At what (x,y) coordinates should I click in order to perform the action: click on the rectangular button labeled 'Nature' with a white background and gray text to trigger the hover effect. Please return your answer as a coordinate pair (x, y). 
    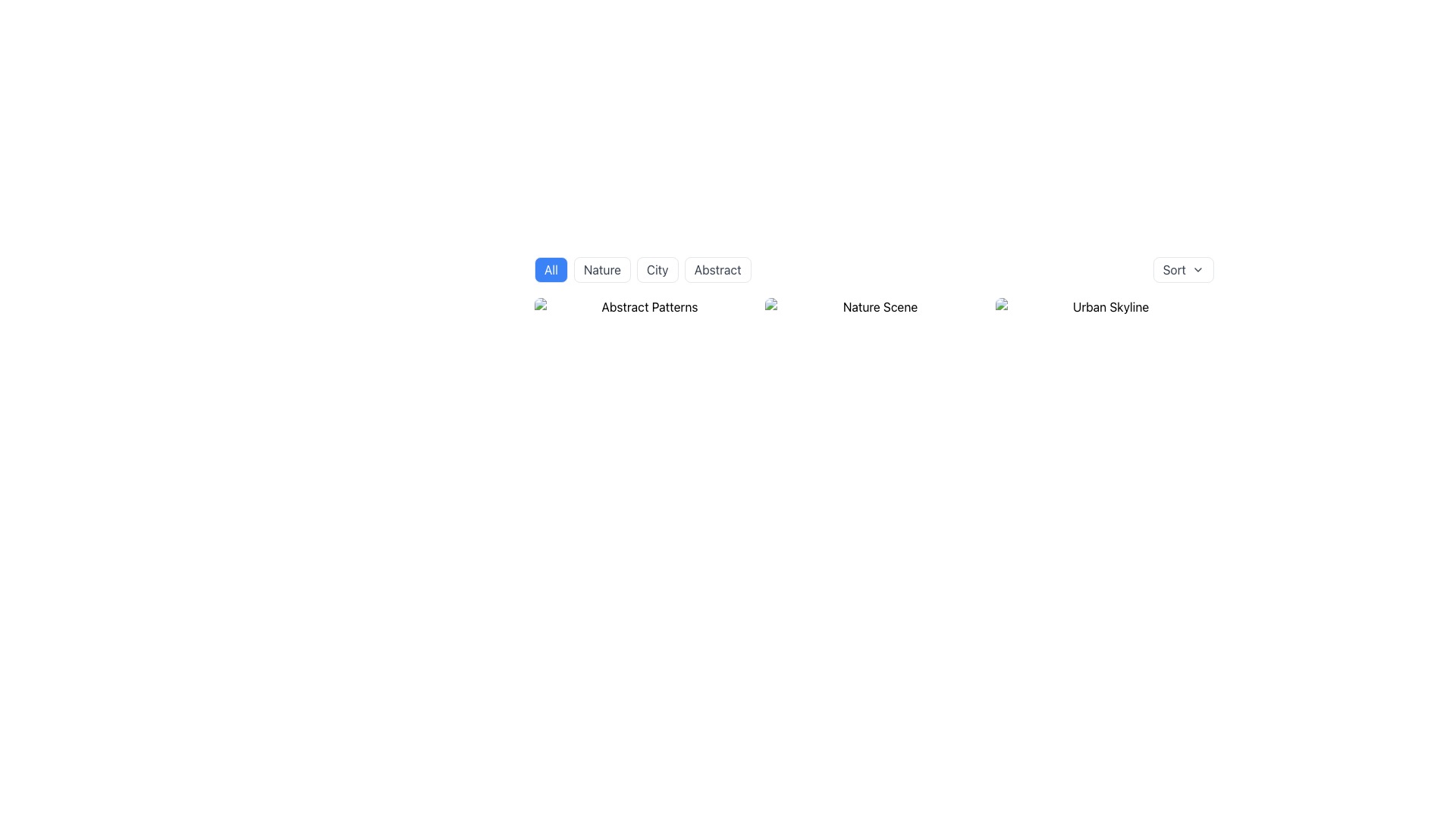
    Looking at the image, I should click on (601, 268).